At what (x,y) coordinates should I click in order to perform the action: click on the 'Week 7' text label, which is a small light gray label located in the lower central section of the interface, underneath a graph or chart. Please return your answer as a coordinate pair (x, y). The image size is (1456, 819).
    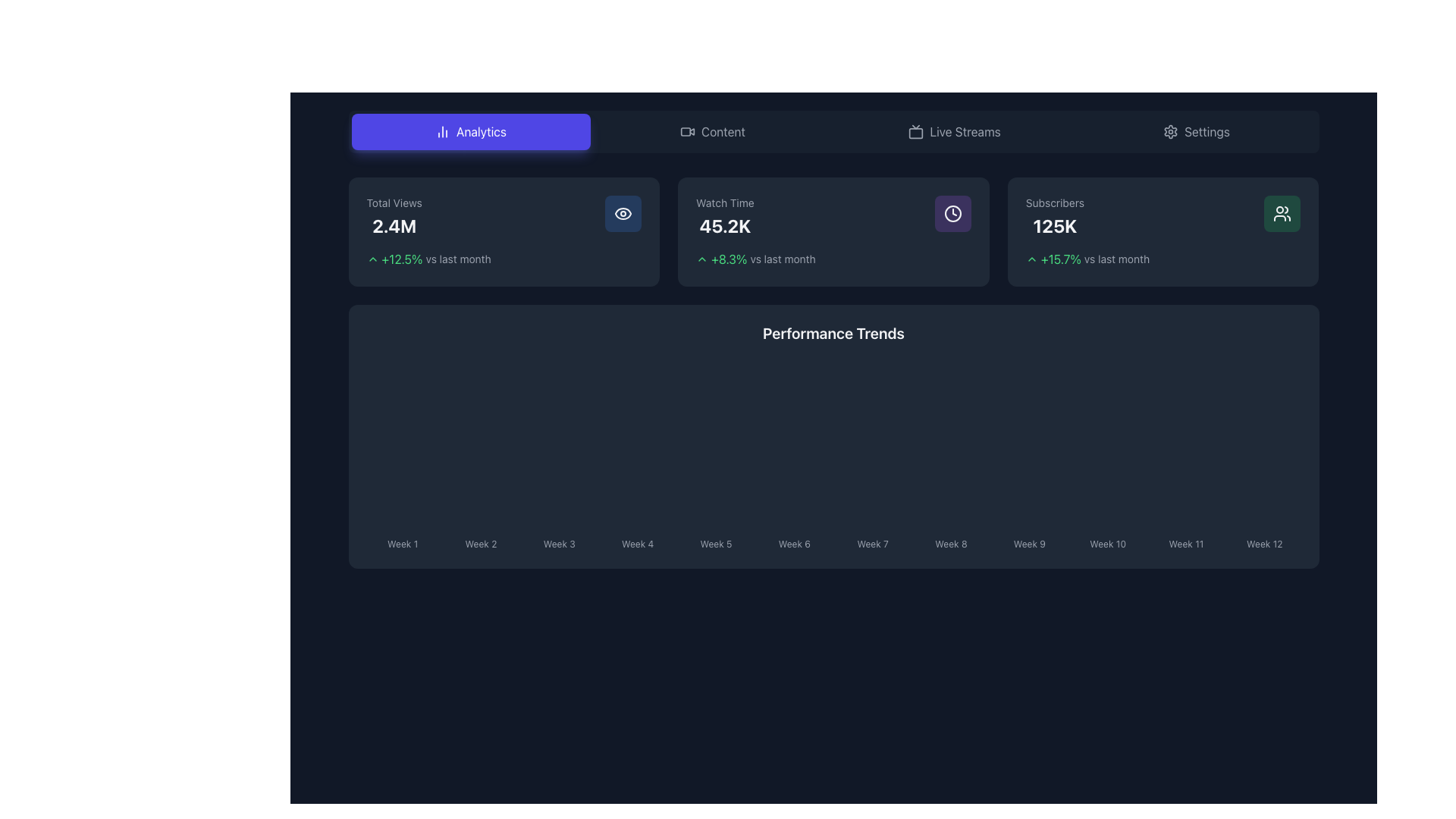
    Looking at the image, I should click on (873, 543).